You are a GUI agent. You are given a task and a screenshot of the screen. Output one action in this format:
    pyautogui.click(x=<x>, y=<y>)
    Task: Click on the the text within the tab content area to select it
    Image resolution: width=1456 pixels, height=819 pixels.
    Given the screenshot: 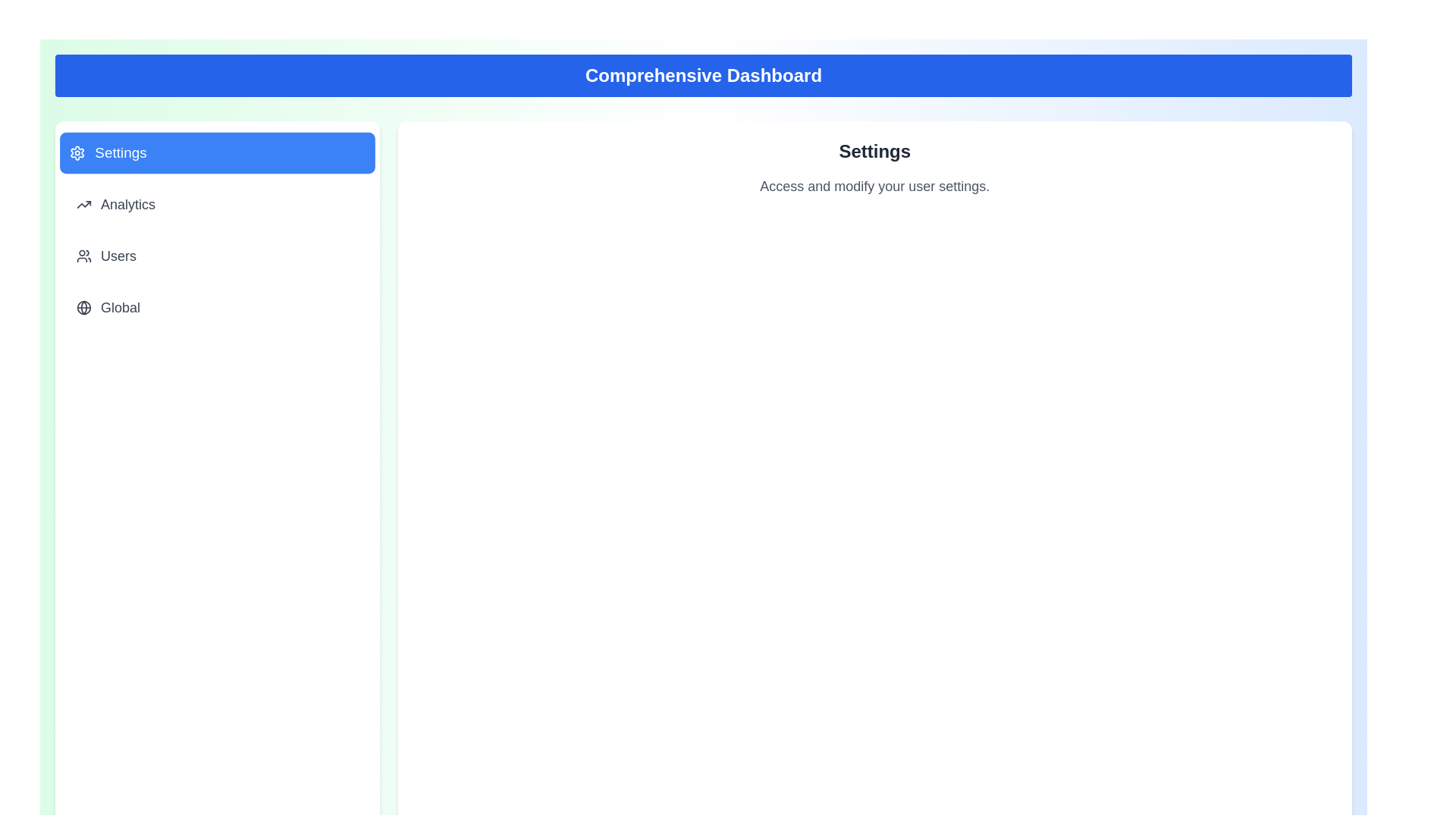 What is the action you would take?
    pyautogui.click(x=874, y=186)
    